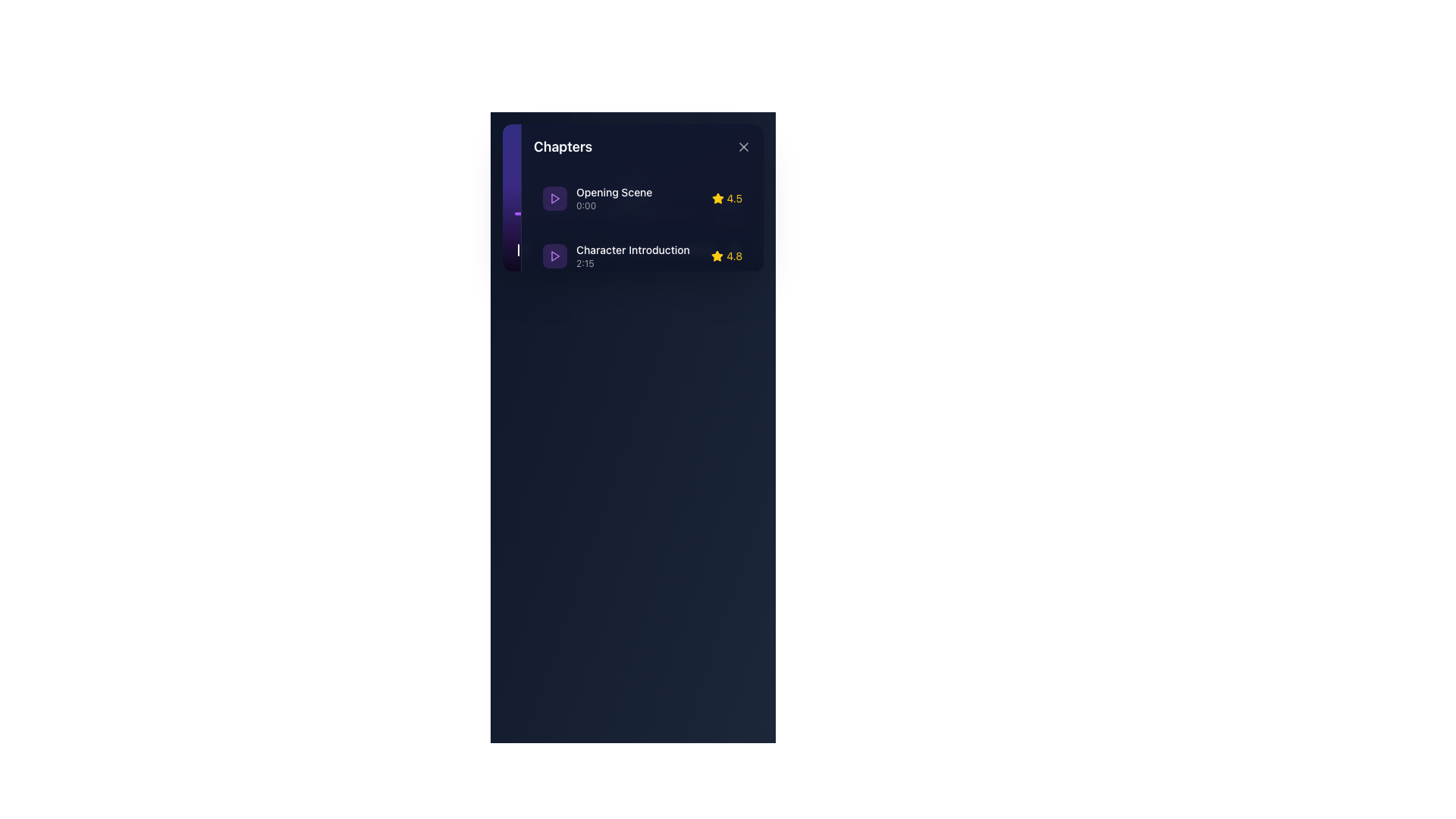 The image size is (1456, 819). Describe the element at coordinates (614, 198) in the screenshot. I see `the 'Opening Scene' text label with a smaller '0:00' below it, located in the 'Chapters' panel as the first item in the list` at that location.